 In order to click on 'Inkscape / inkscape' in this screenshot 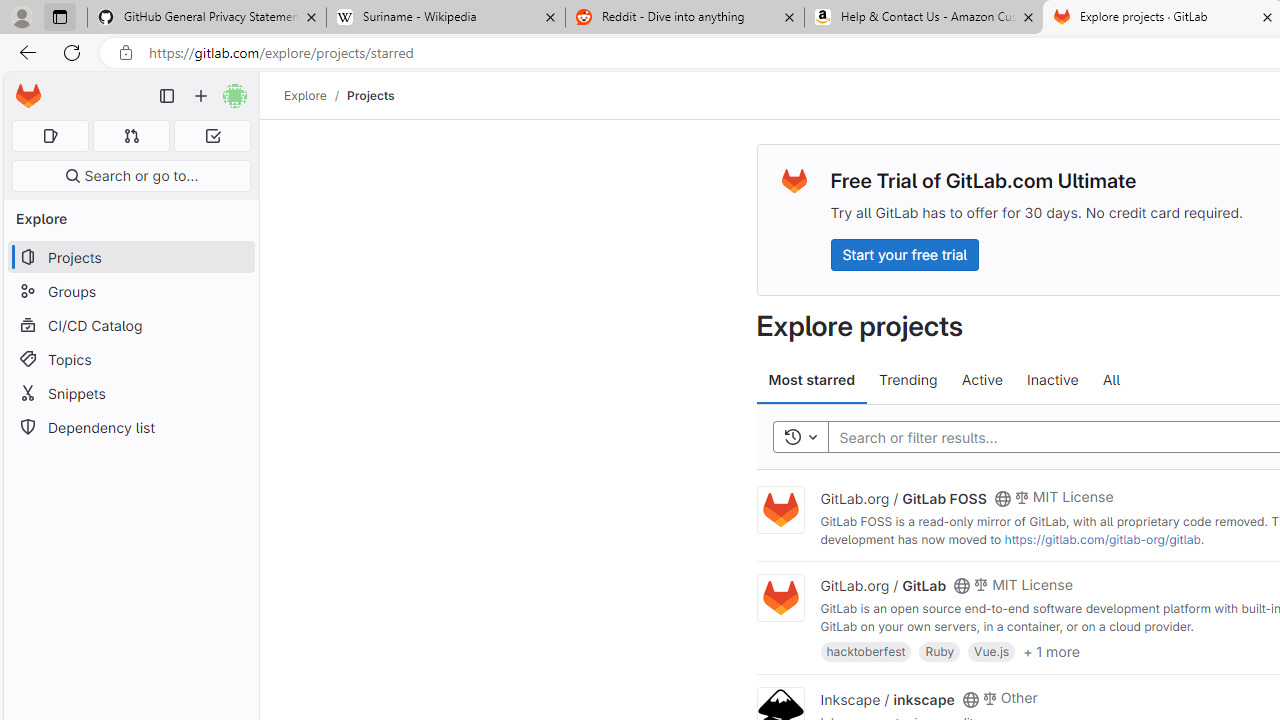, I will do `click(886, 697)`.